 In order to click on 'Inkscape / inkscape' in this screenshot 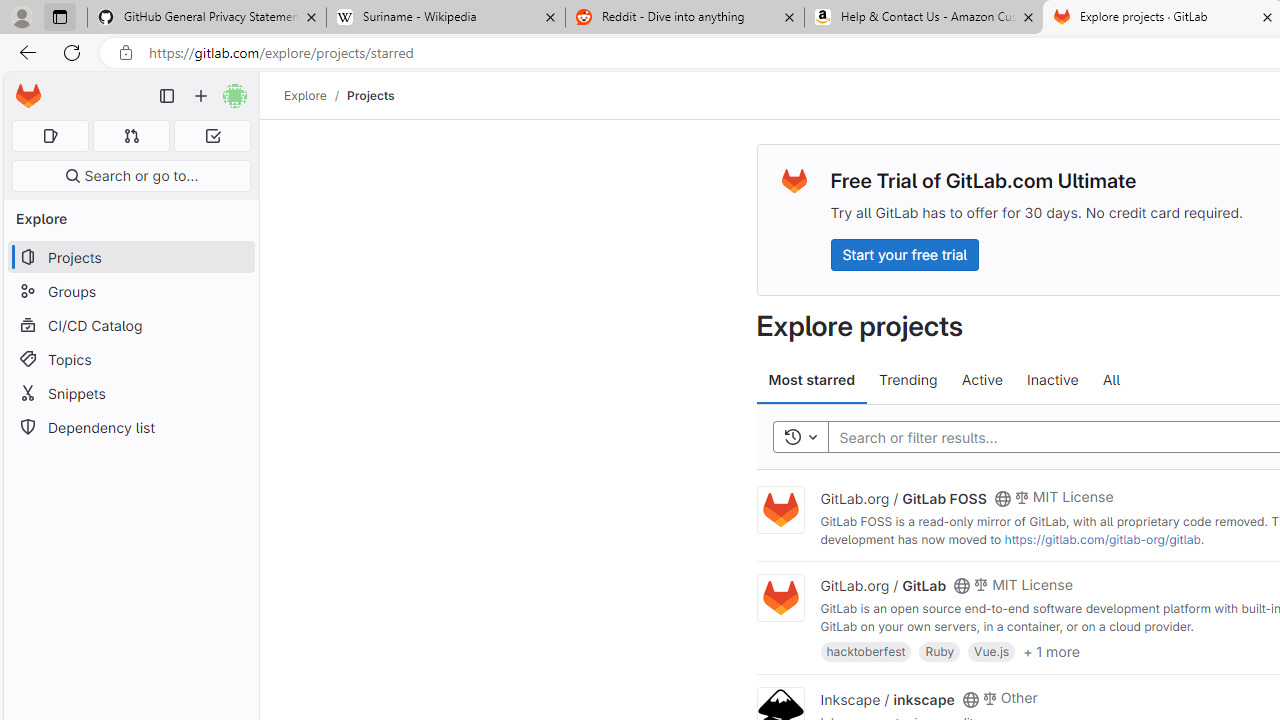, I will do `click(886, 697)`.